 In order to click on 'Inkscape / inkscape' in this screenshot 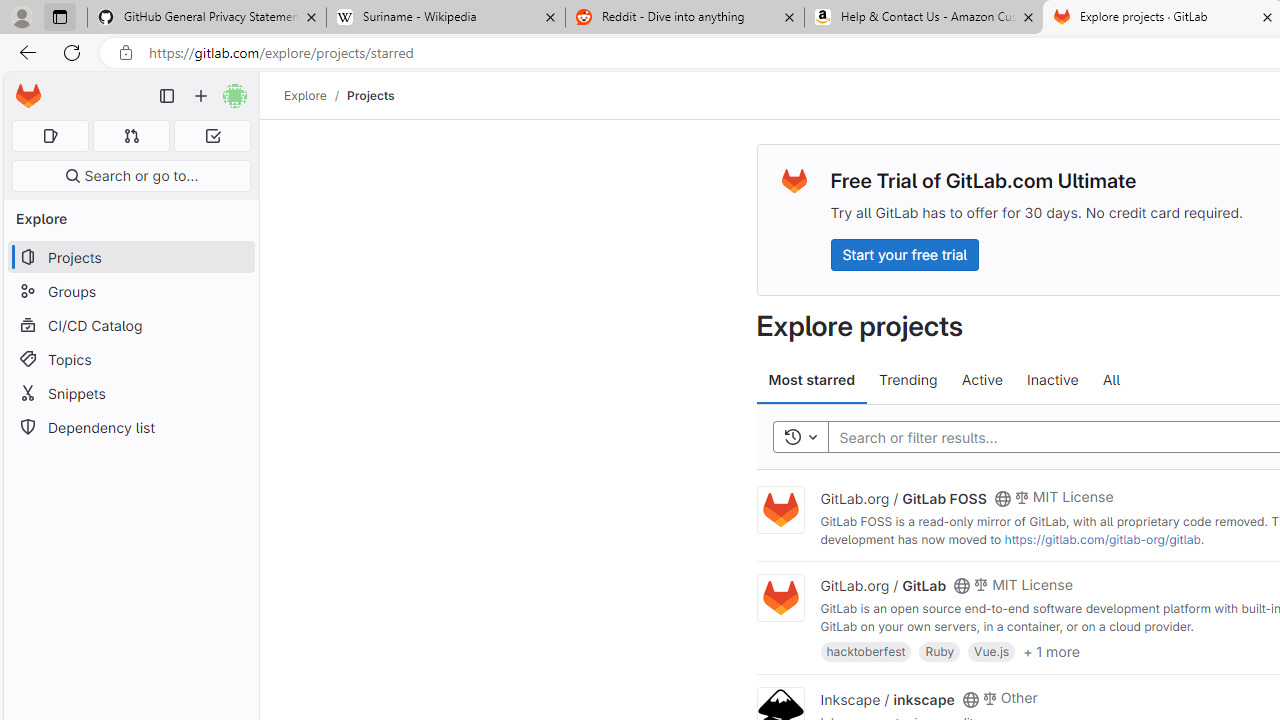, I will do `click(886, 697)`.